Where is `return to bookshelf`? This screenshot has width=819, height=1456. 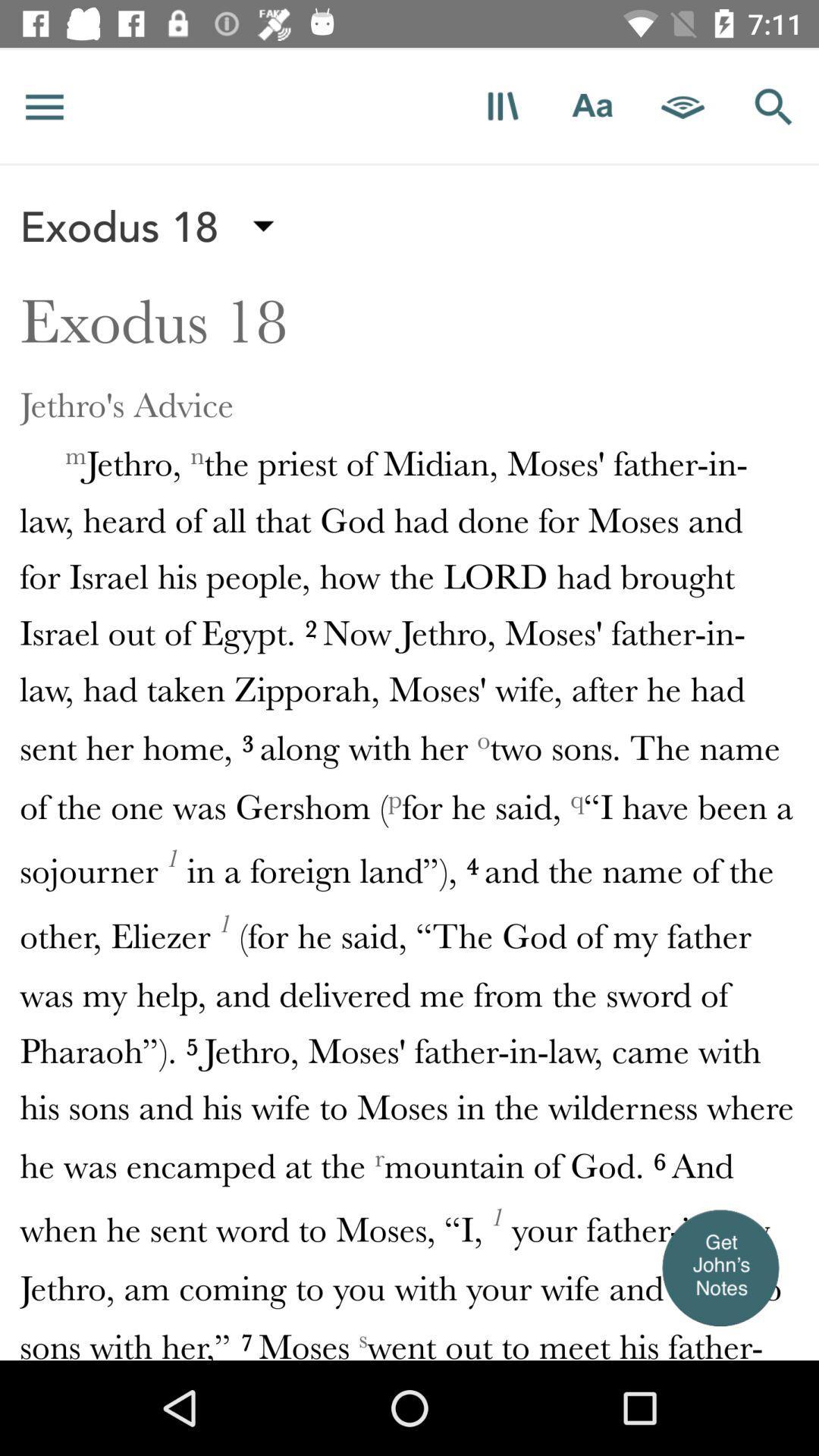 return to bookshelf is located at coordinates (502, 105).